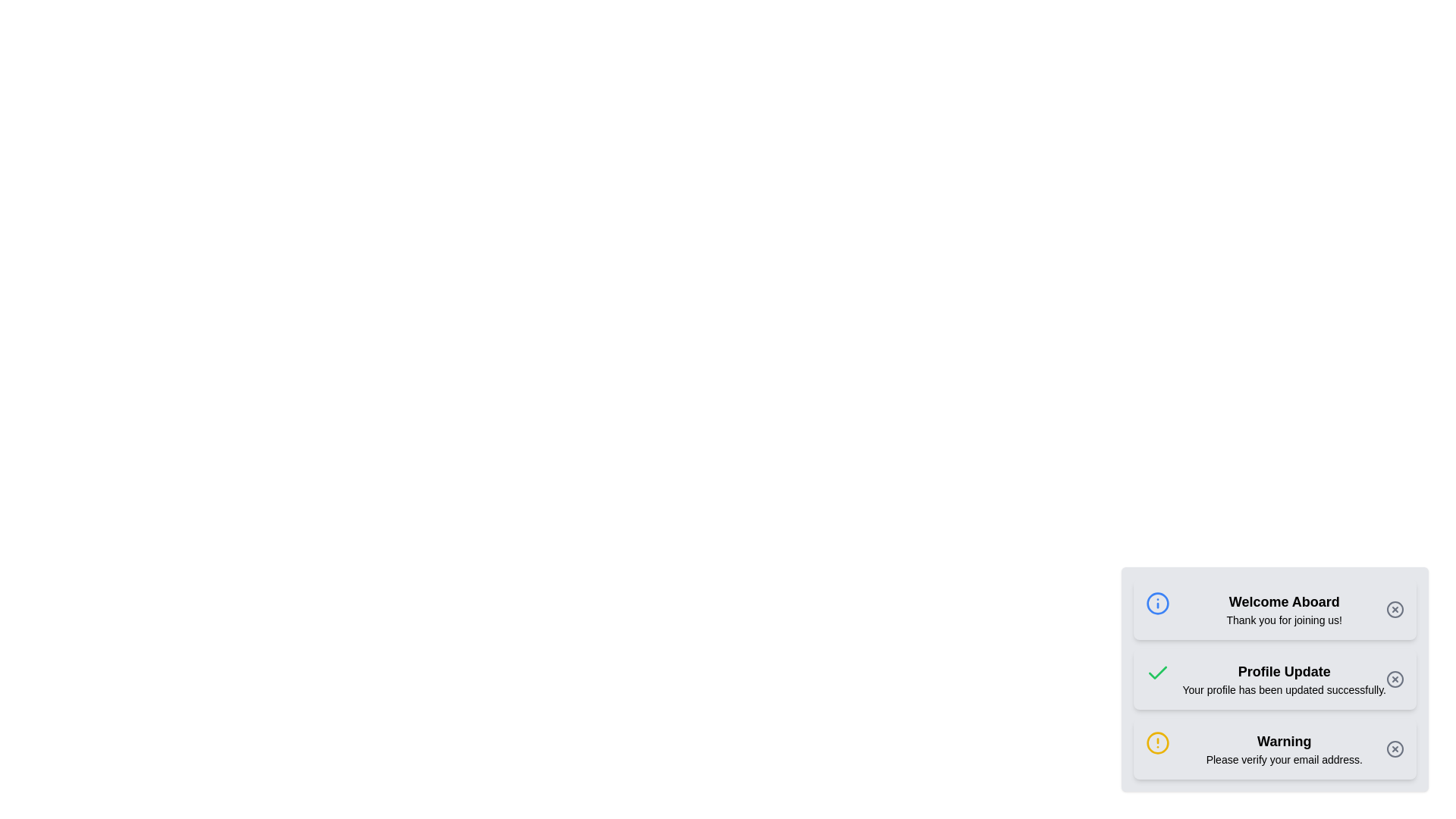 The height and width of the screenshot is (819, 1456). Describe the element at coordinates (1157, 678) in the screenshot. I see `the green checkmark icon located` at that location.